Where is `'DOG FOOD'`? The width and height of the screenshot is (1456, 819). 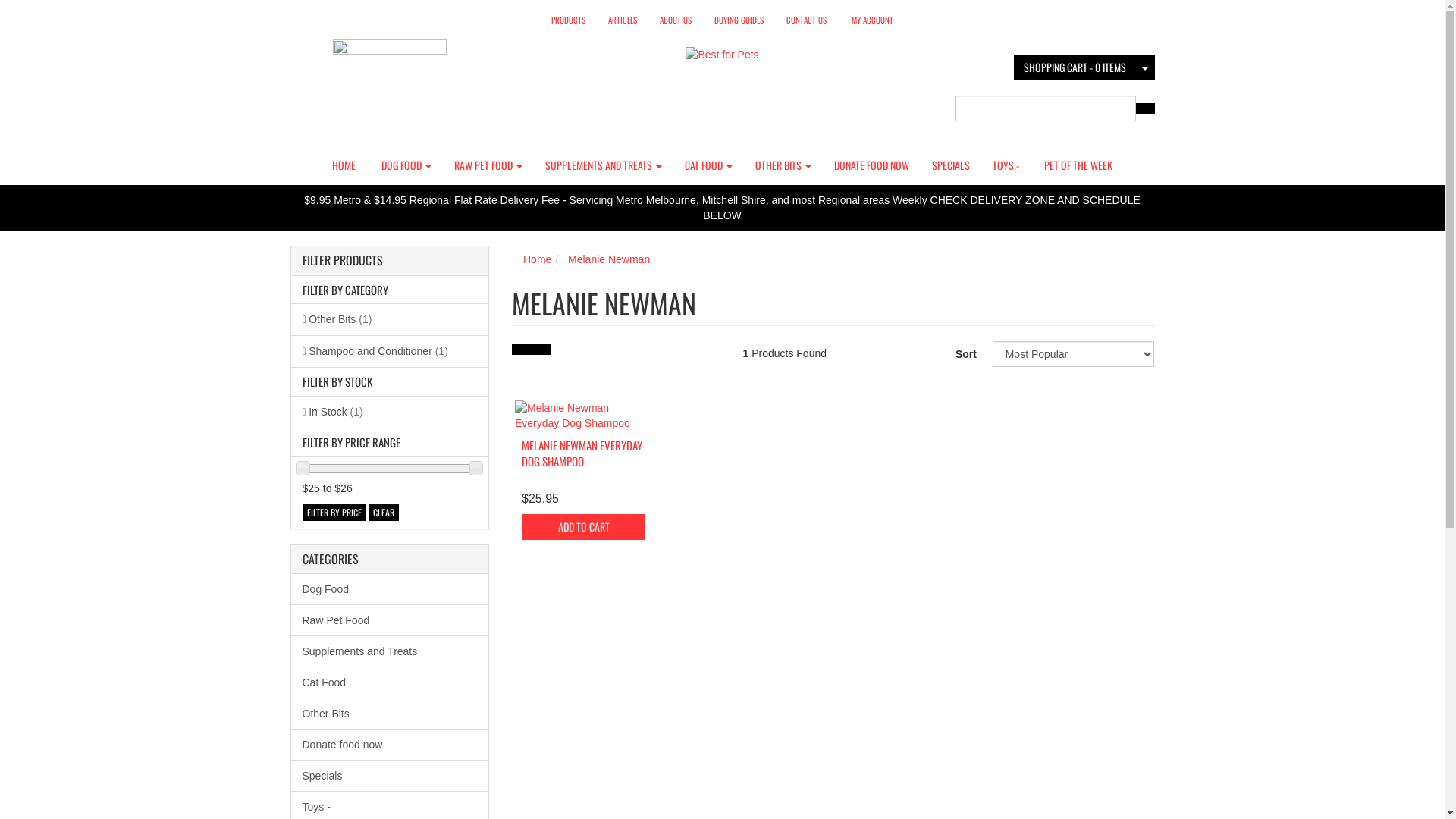
'DOG FOOD' is located at coordinates (406, 165).